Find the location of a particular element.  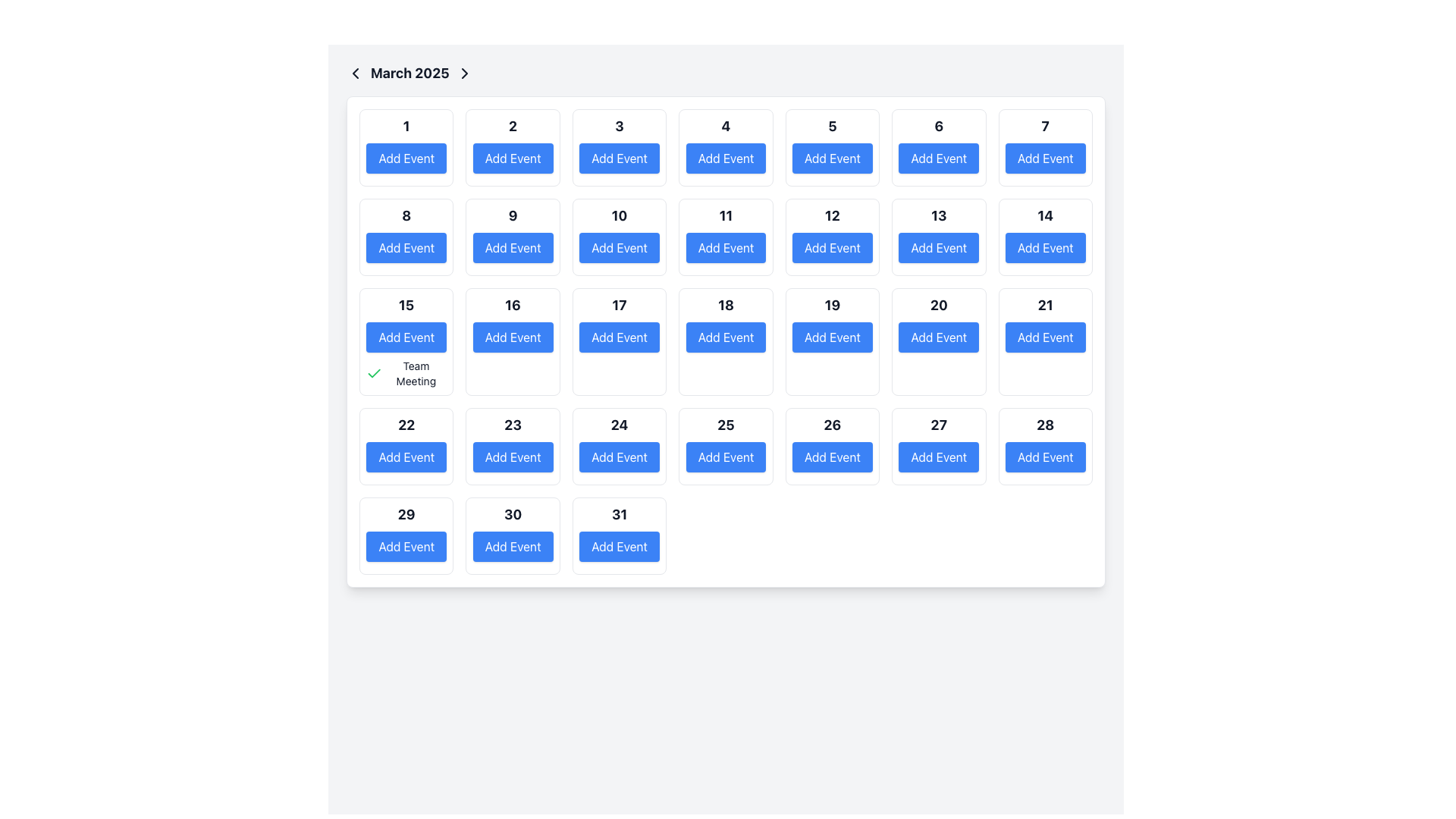

the static text indicating the calendar date for March 18, located in the grid layout representing calendar dates, above the 'Add Event' button is located at coordinates (725, 305).